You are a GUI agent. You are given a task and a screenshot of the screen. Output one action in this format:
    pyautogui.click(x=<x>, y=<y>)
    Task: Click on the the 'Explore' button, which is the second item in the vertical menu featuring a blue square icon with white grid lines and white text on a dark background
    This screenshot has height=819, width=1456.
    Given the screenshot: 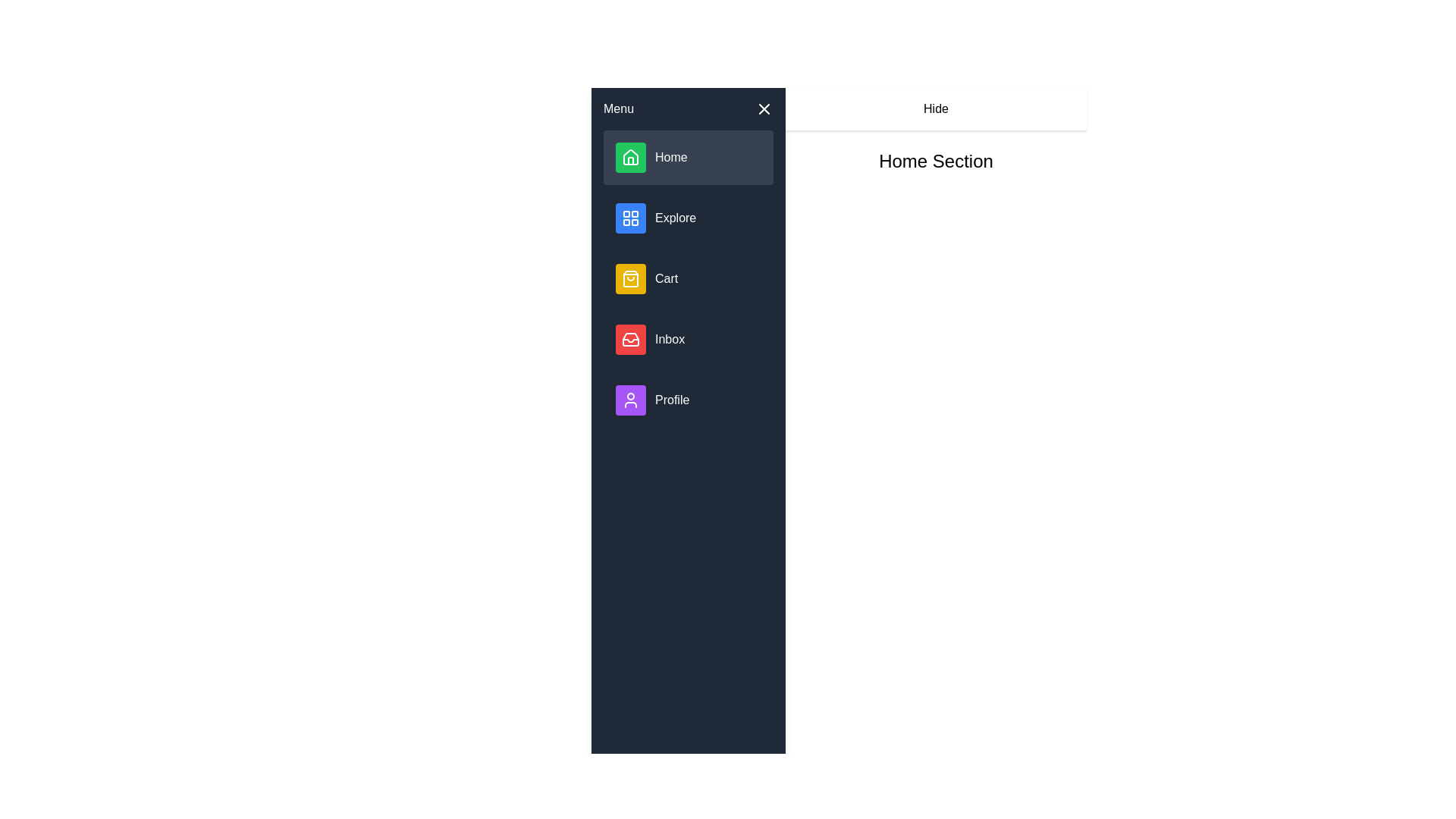 What is the action you would take?
    pyautogui.click(x=687, y=218)
    